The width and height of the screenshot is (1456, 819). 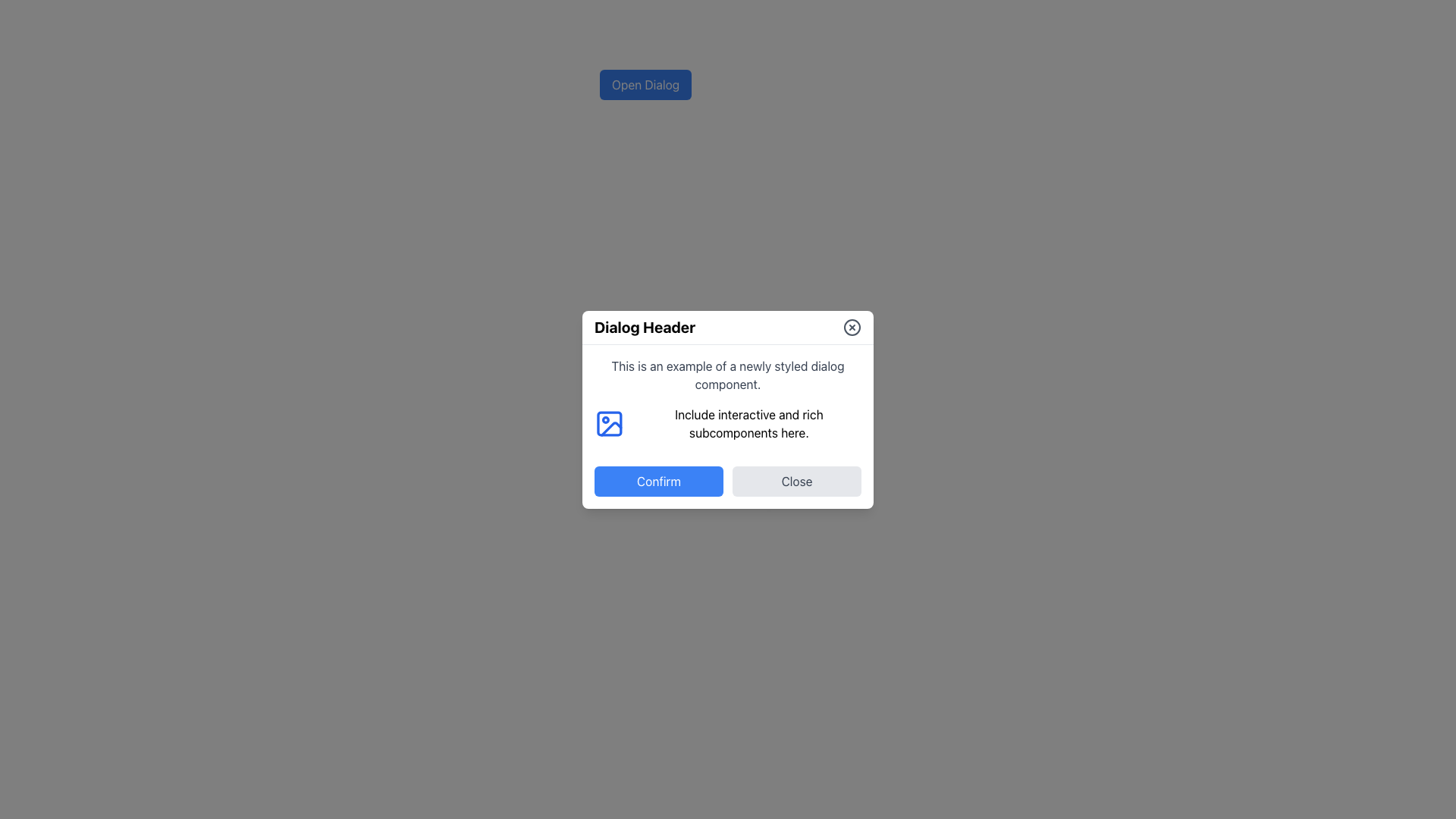 What do you see at coordinates (645, 326) in the screenshot?
I see `the text label that serves as the title or header of the dialog box, positioned at the center-top of the dialog box` at bounding box center [645, 326].